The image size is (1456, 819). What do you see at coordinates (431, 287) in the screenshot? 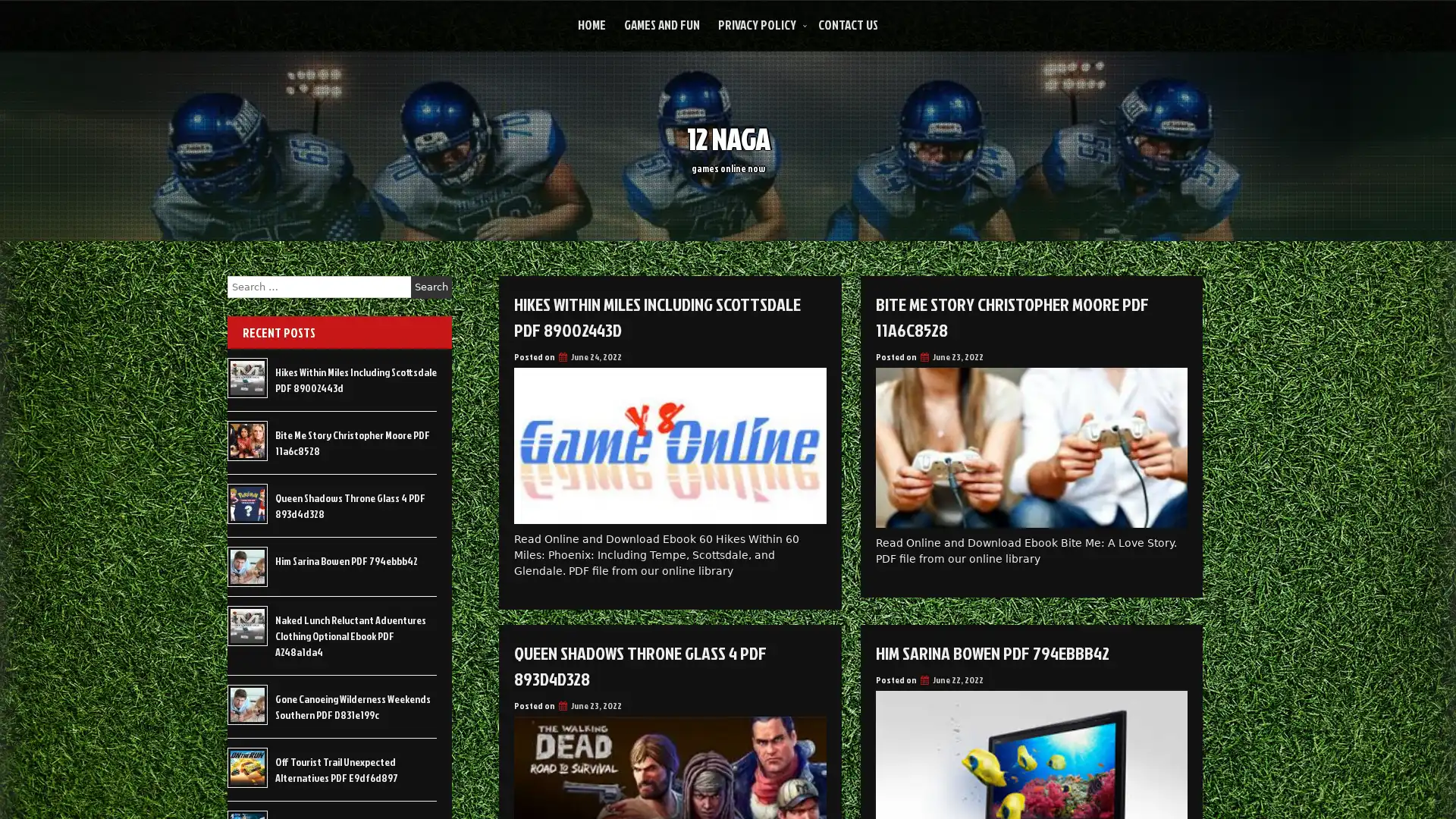
I see `Search` at bounding box center [431, 287].